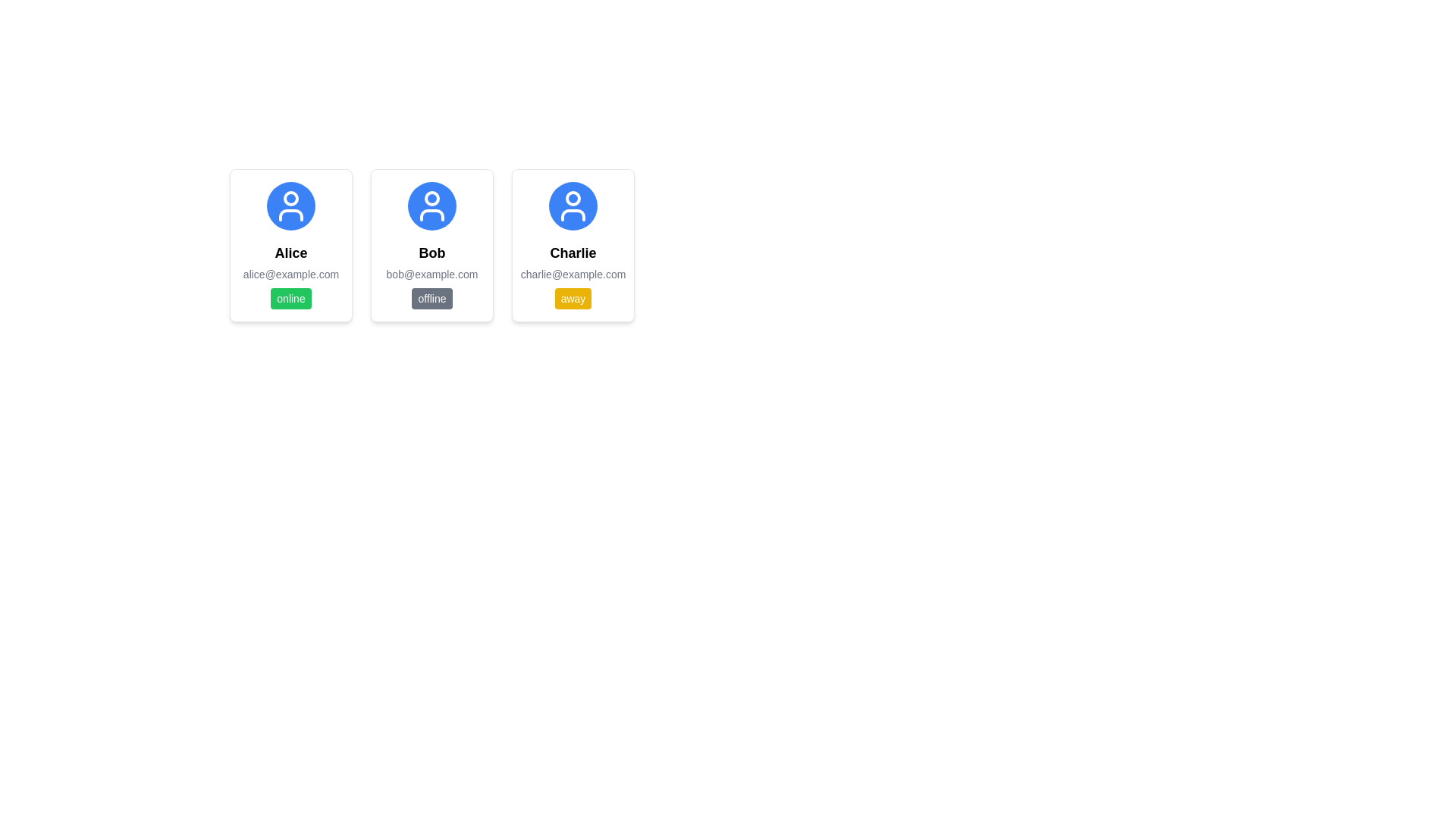 This screenshot has width=1456, height=819. I want to click on the user icon located in the middle of the blue circular background in the third card from the left labeled 'Charlie' with an email 'charlie@example.com' and a yellow rectangular status indicator labeled 'away', so click(572, 206).